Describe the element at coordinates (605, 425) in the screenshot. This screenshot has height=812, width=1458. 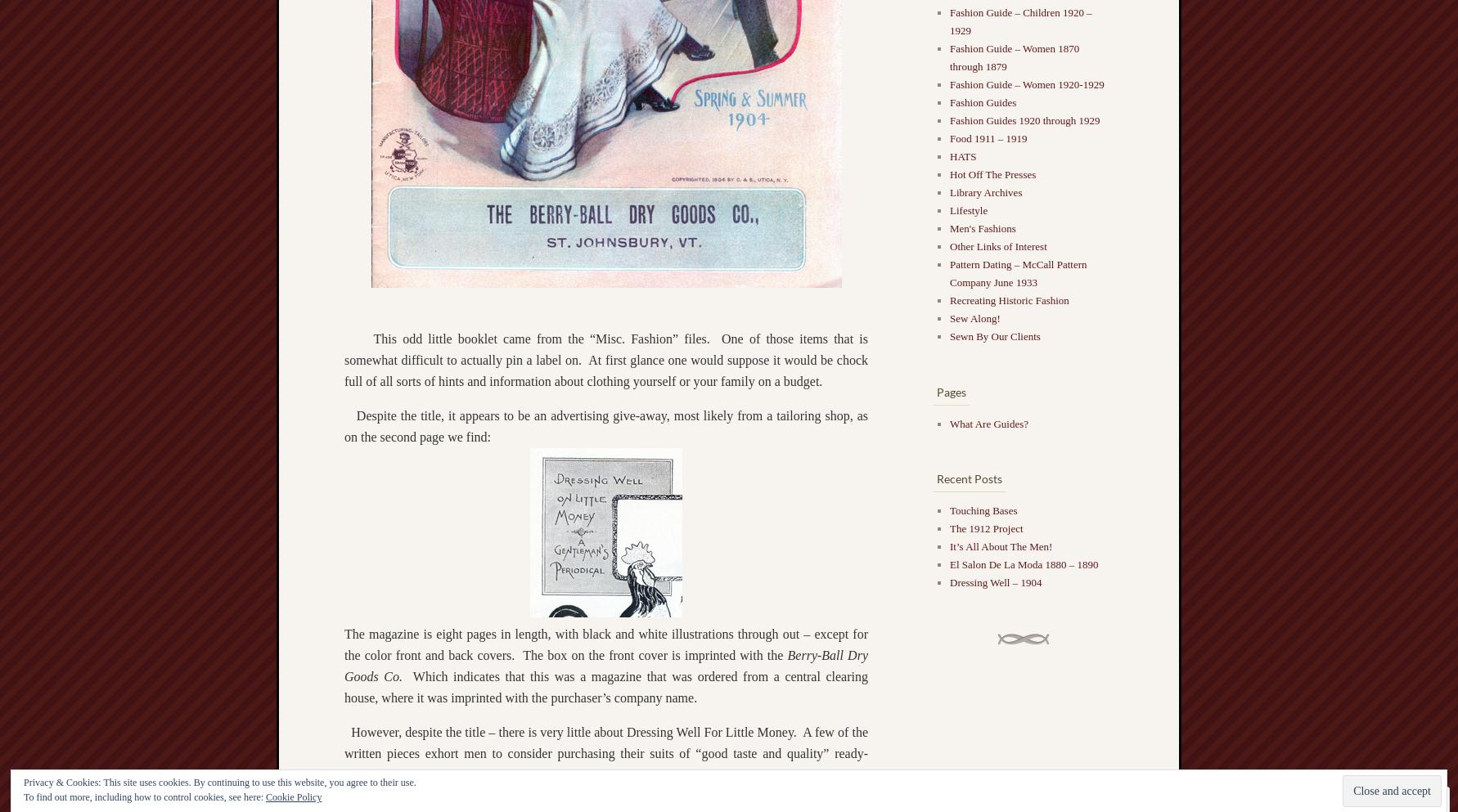
I see `'Despite the title, it appears to be an advertising give-away, most likely from a tailoring shop, as on the second page we find:'` at that location.